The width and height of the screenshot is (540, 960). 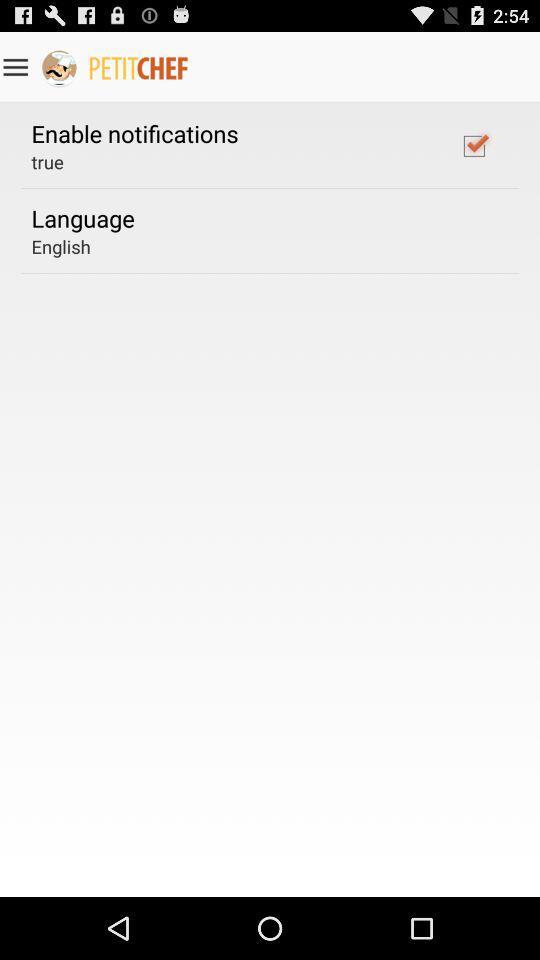 What do you see at coordinates (61, 245) in the screenshot?
I see `english` at bounding box center [61, 245].